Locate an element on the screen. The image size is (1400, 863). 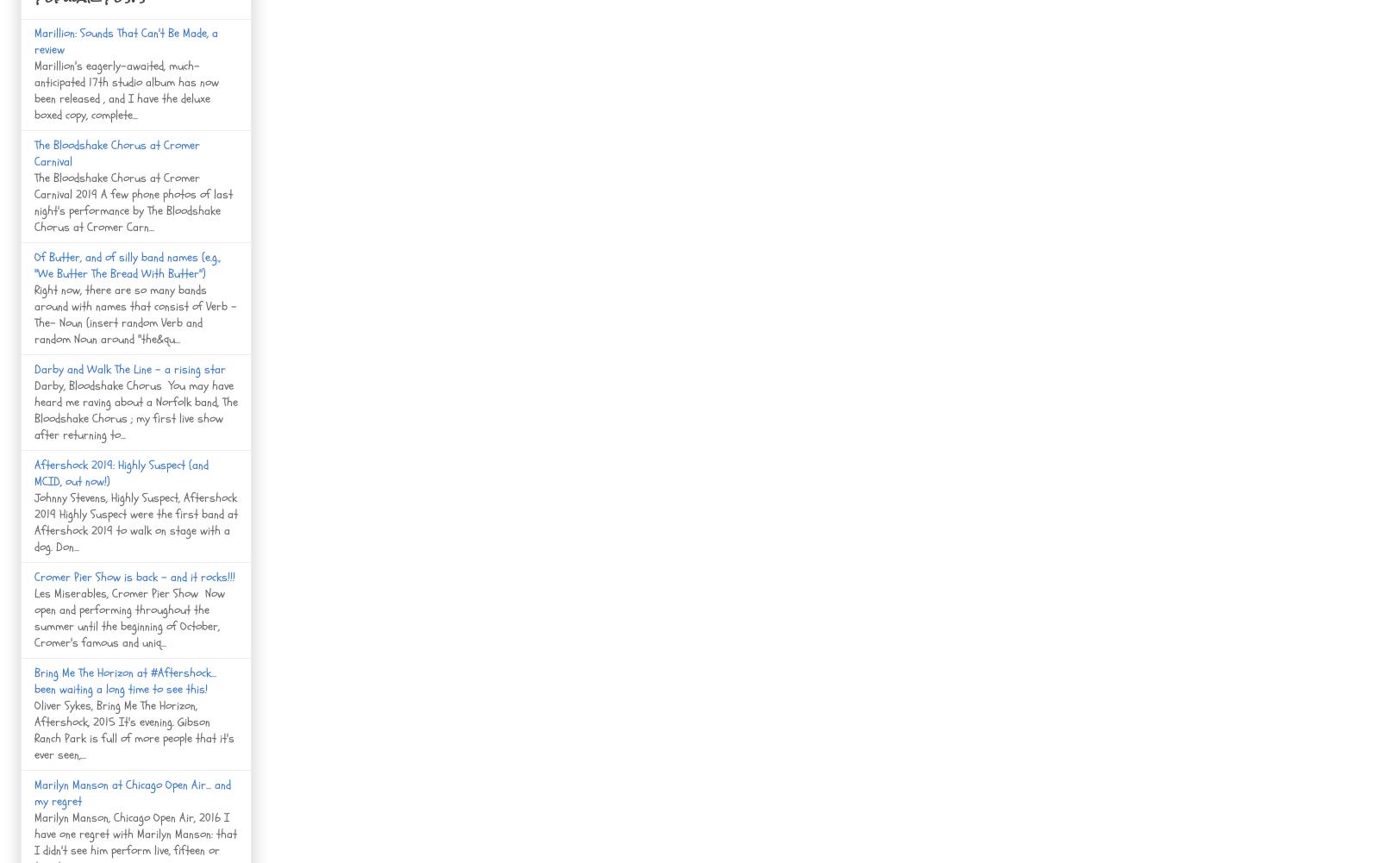
'Les Miserables, Cromer Pier Show  Now open and performing throughout the summer until the beginning of October, Cromer's famous and uniq...' is located at coordinates (129, 617).